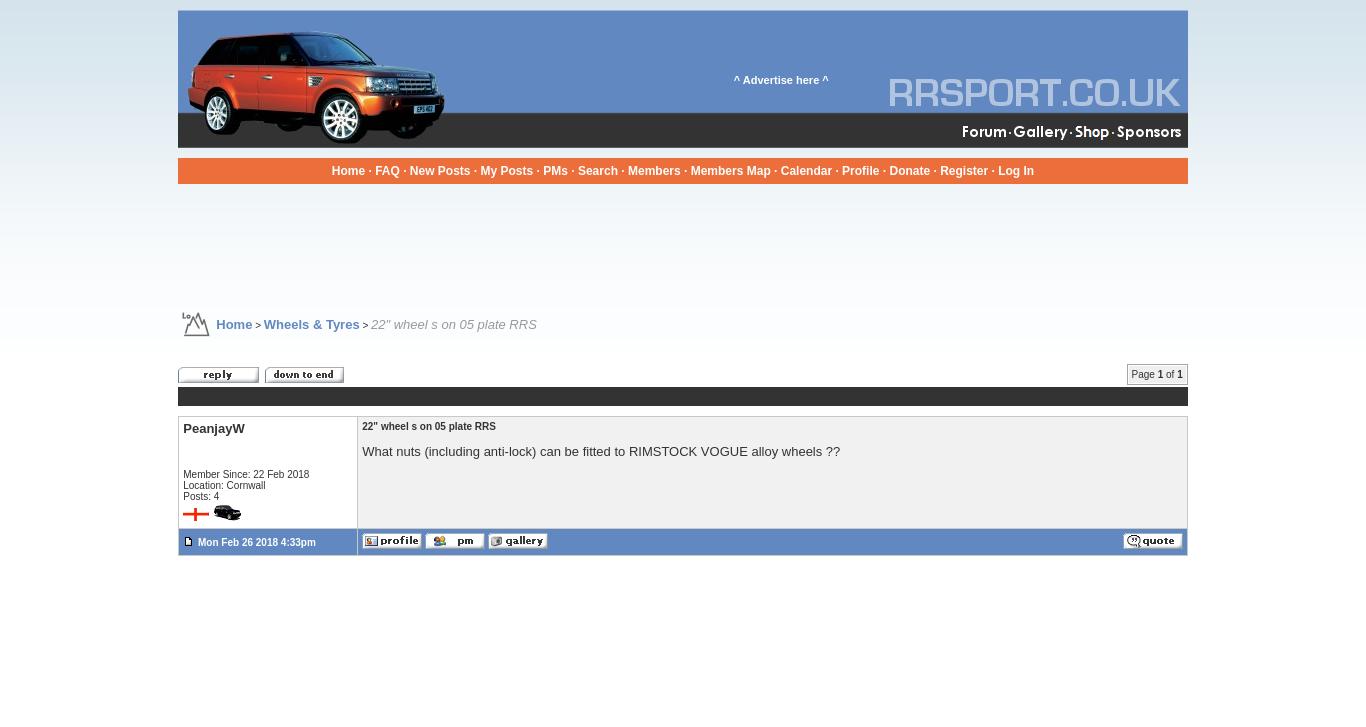 The height and width of the screenshot is (727, 1366). Describe the element at coordinates (199, 495) in the screenshot. I see `'Posts: 4'` at that location.